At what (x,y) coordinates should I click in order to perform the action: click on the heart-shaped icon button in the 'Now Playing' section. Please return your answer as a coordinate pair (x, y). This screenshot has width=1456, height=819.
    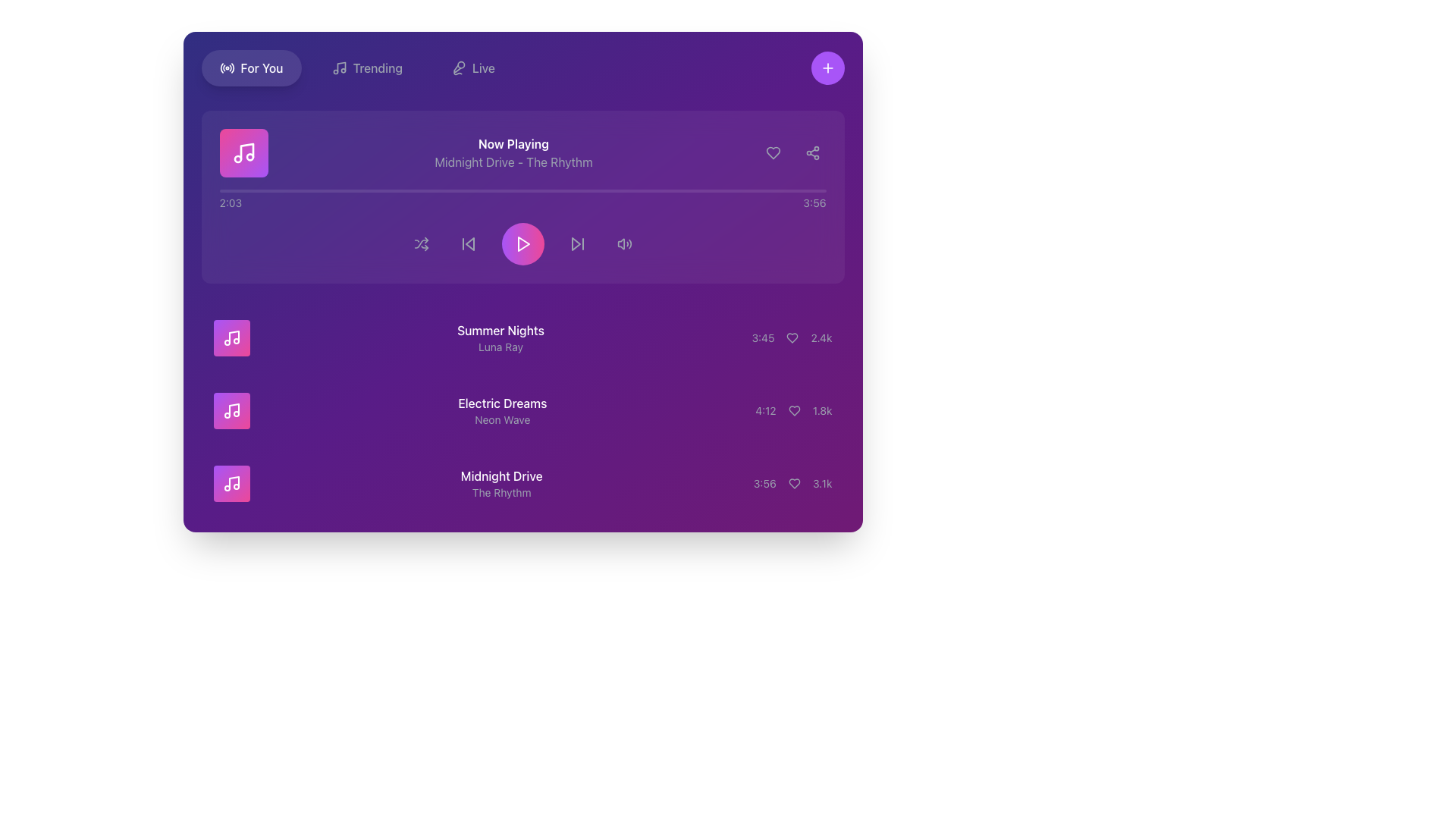
    Looking at the image, I should click on (773, 152).